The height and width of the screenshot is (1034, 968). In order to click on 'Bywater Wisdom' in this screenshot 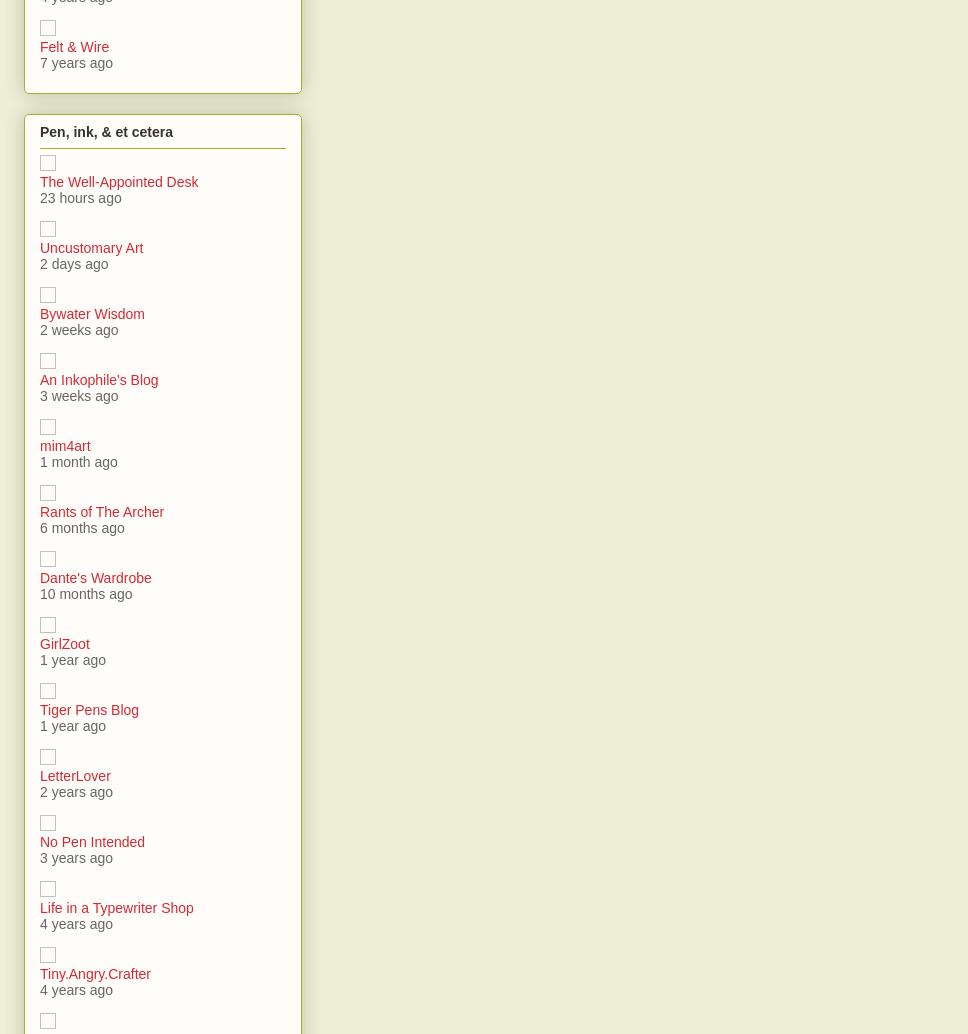, I will do `click(92, 311)`.